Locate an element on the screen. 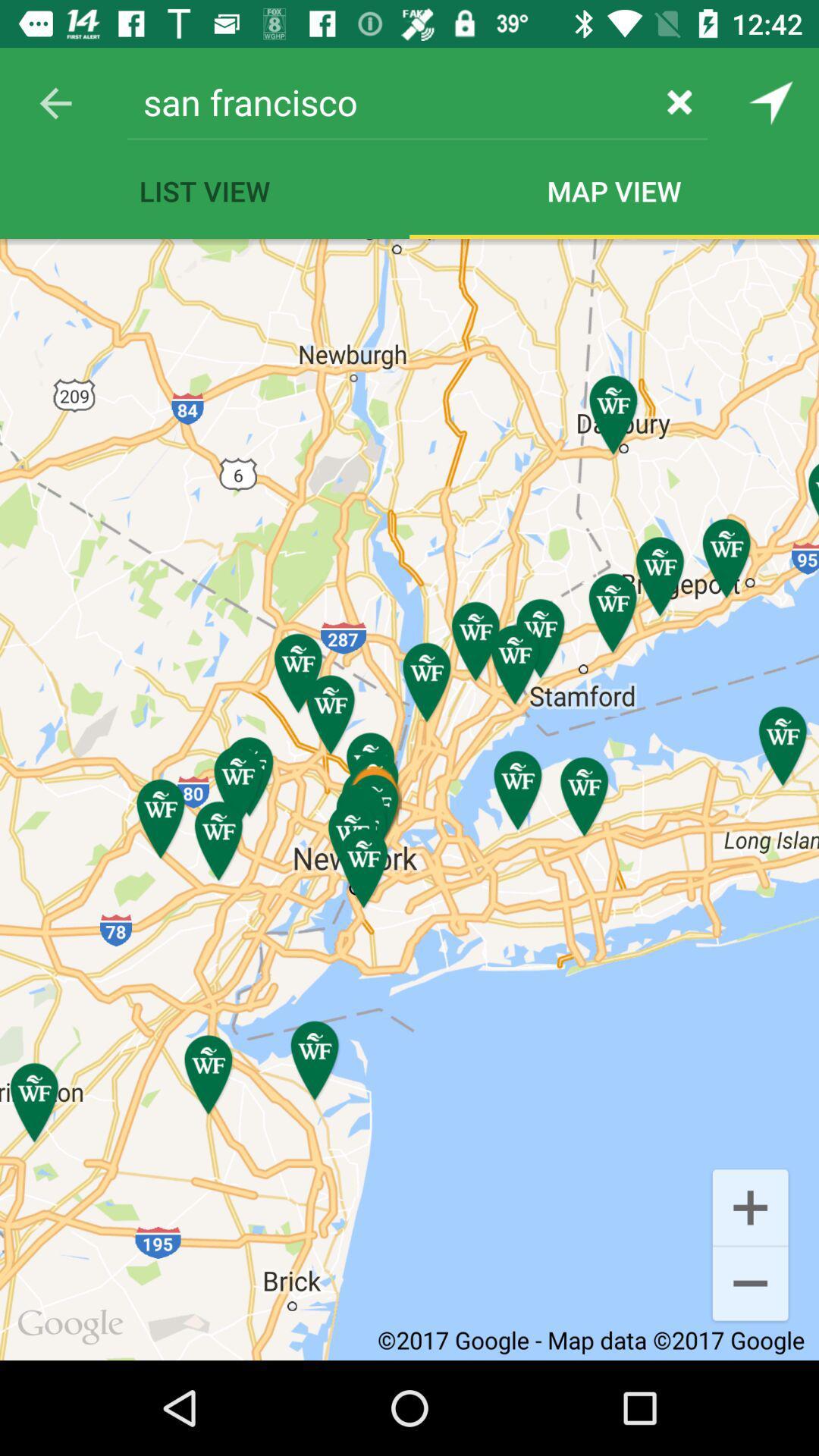 The image size is (819, 1456). item to the right of san francisco item is located at coordinates (679, 101).